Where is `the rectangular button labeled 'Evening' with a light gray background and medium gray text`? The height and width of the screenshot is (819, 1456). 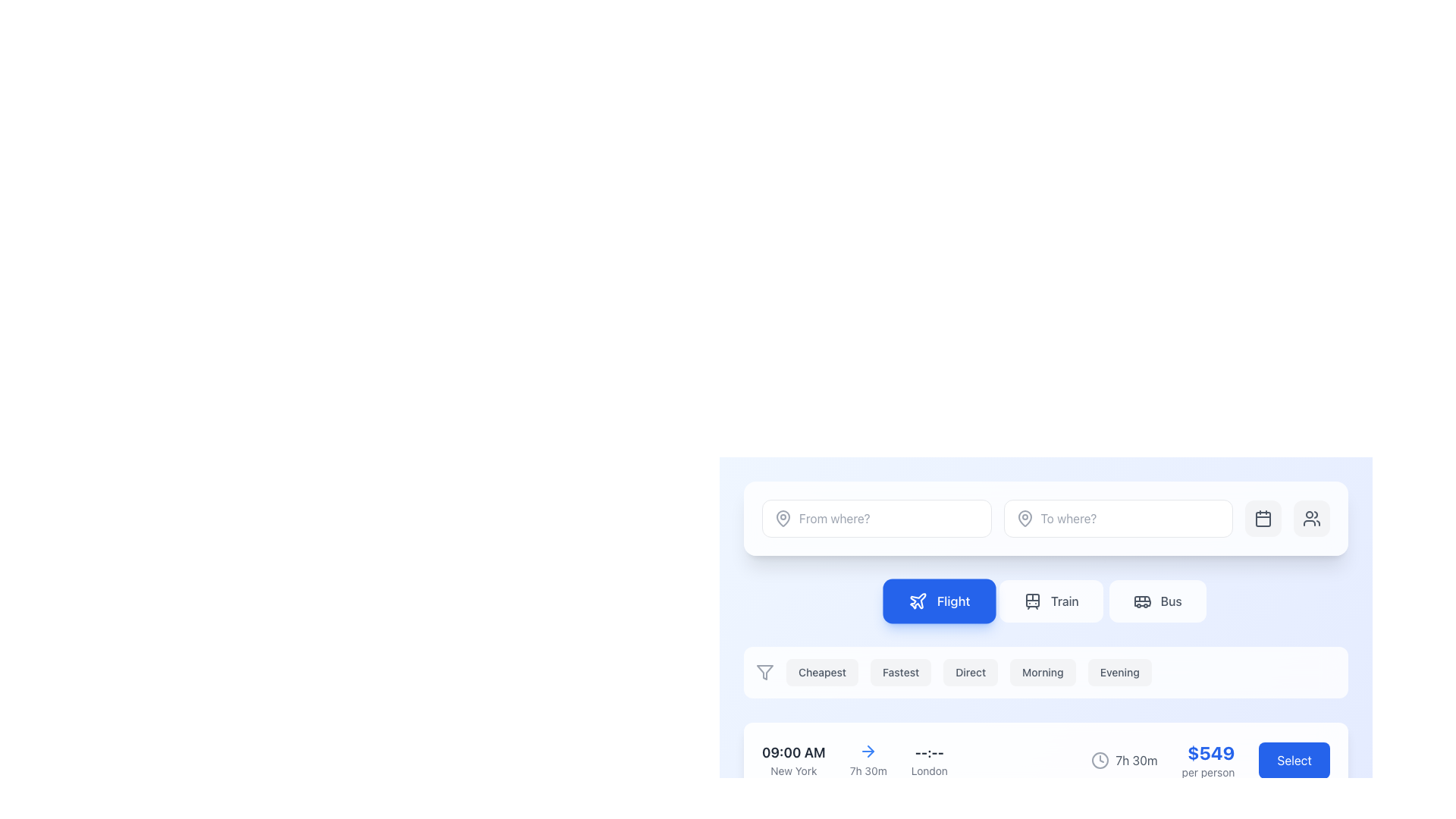
the rectangular button labeled 'Evening' with a light gray background and medium gray text is located at coordinates (1119, 672).